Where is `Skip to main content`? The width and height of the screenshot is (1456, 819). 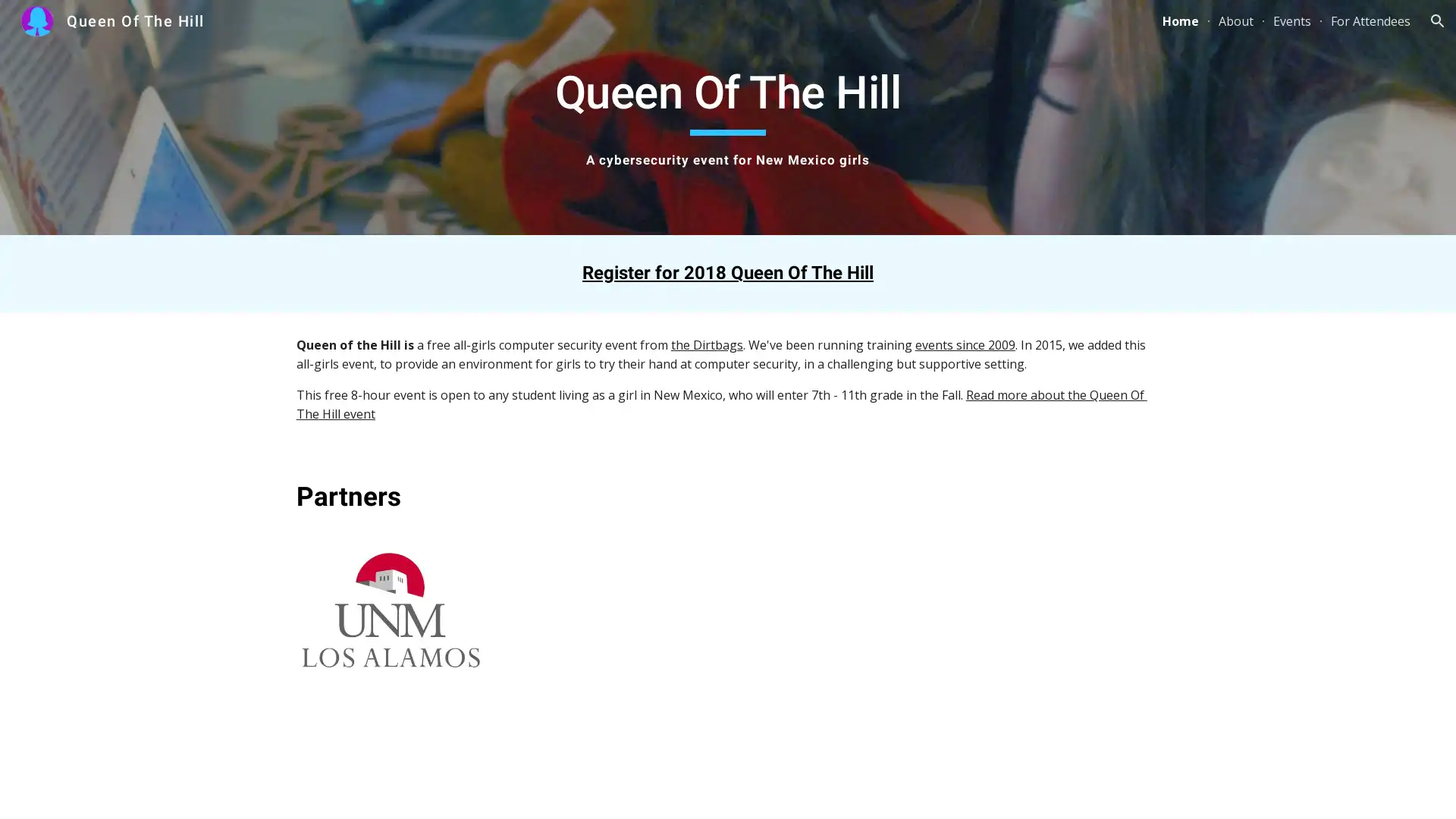
Skip to main content is located at coordinates (597, 28).